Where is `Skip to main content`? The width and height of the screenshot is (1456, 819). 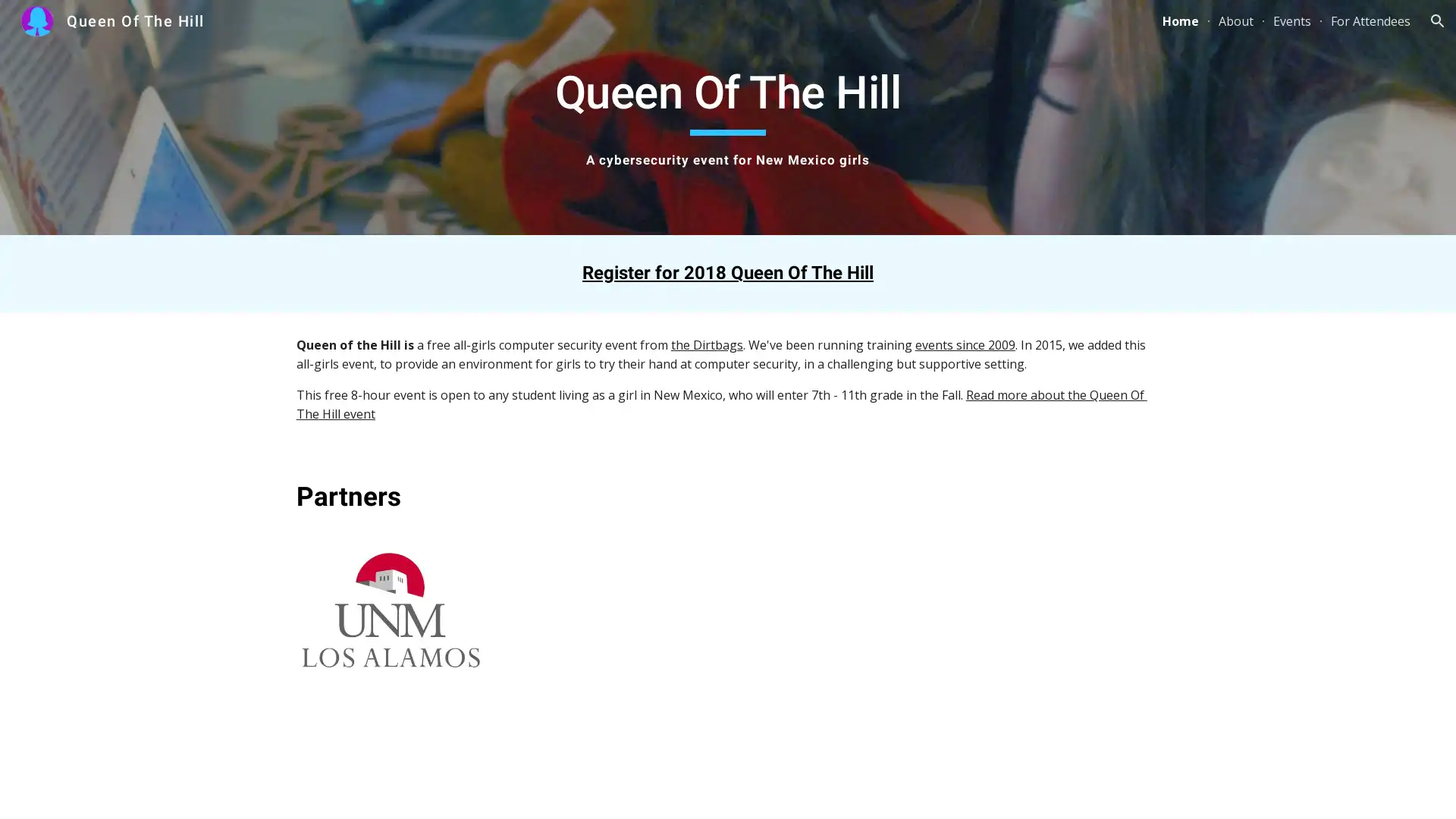
Skip to main content is located at coordinates (597, 28).